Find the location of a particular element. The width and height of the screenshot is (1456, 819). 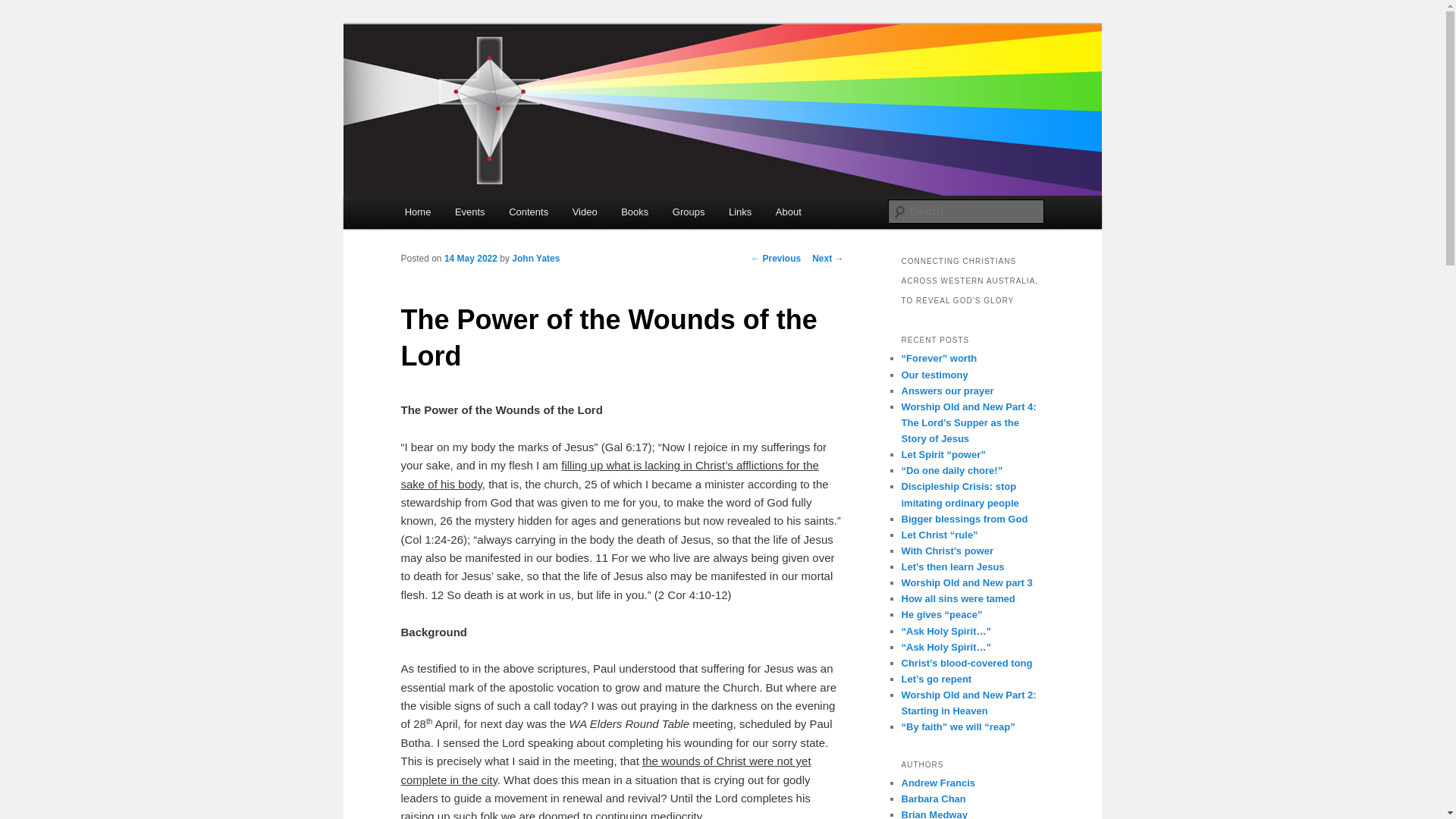

'Cross Connect' is located at coordinates (480, 79).